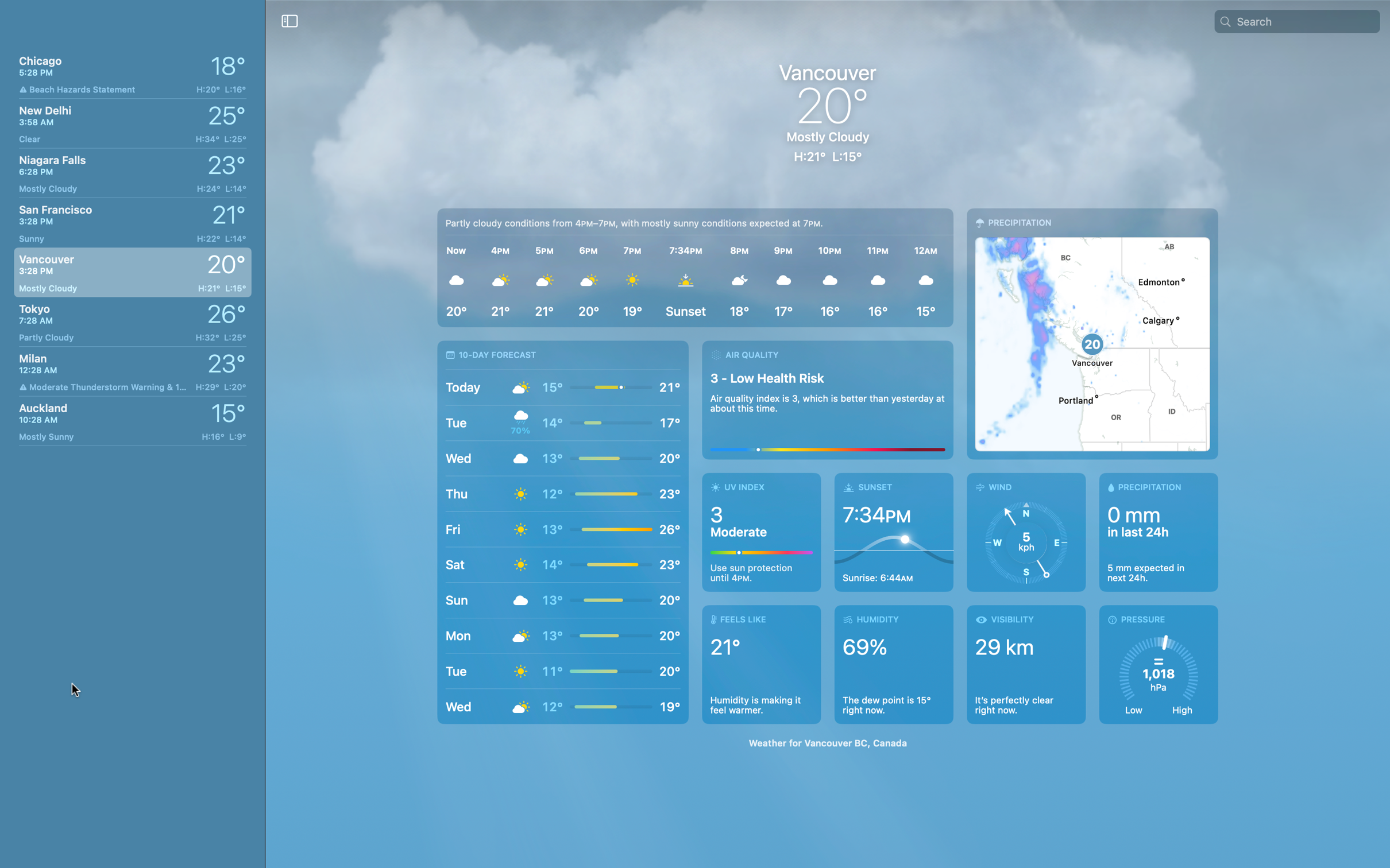 This screenshot has width=1390, height=868. Describe the element at coordinates (562, 532) in the screenshot. I see `the 10 day weather outlook for Vancouver` at that location.